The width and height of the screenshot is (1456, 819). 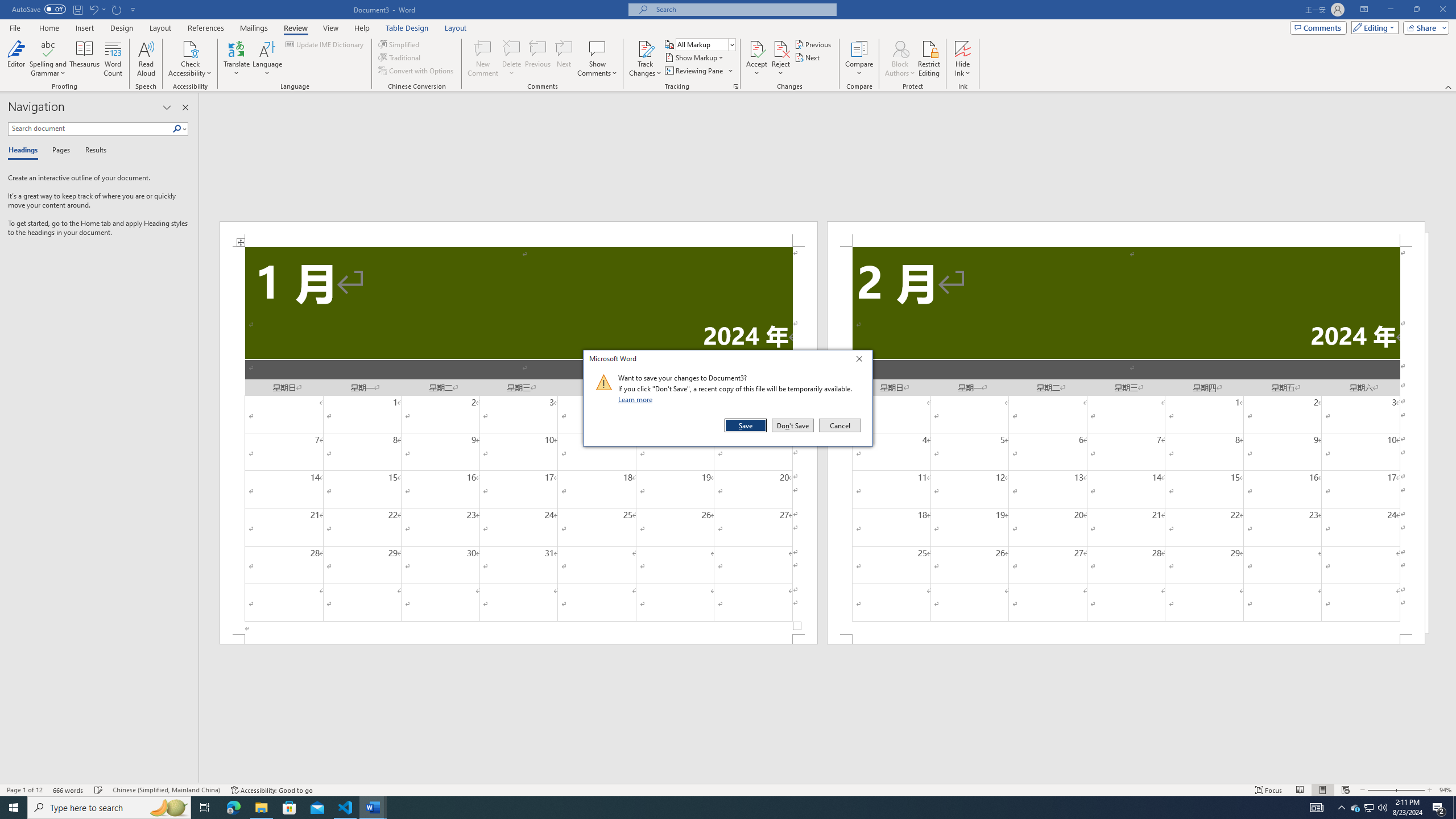 I want to click on 'Track Changes', so click(x=644, y=48).